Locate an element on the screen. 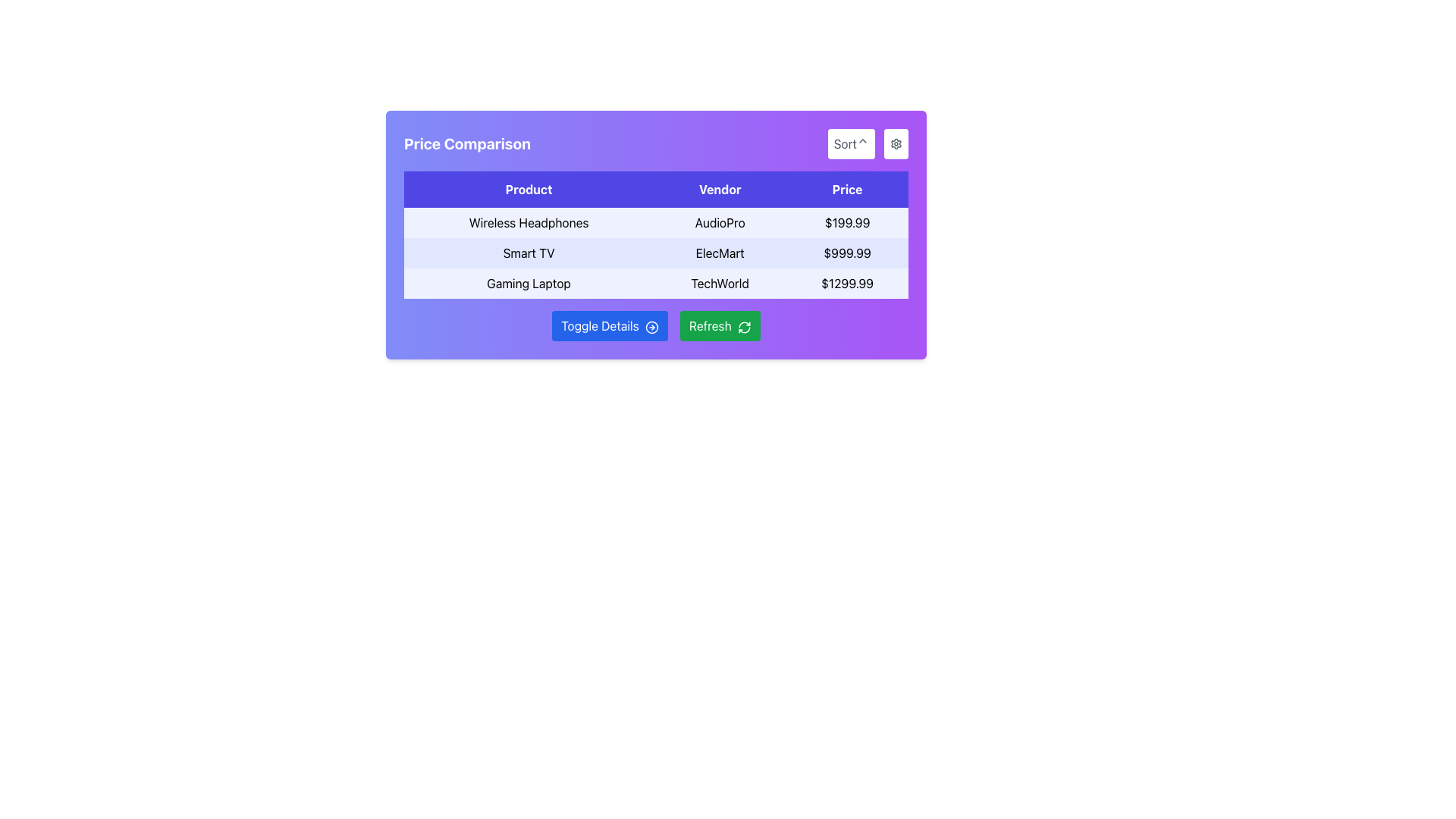 The width and height of the screenshot is (1456, 819). the settings button located in the top-right corner of the card interface, adjacent to the 'Sort' button is located at coordinates (896, 143).